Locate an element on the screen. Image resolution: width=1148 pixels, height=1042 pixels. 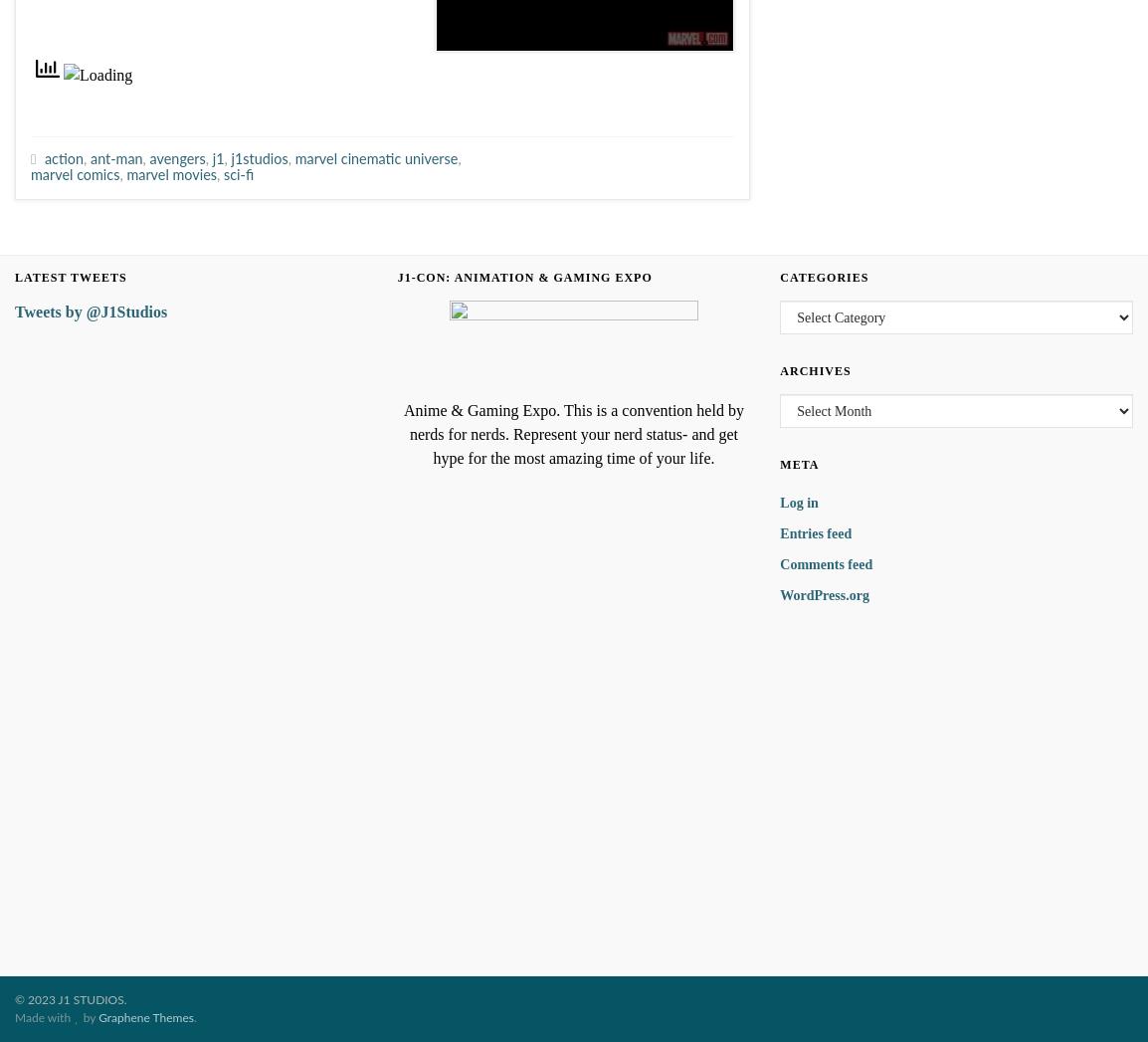
'© 2023 J1 STUDIOS.' is located at coordinates (69, 1000).